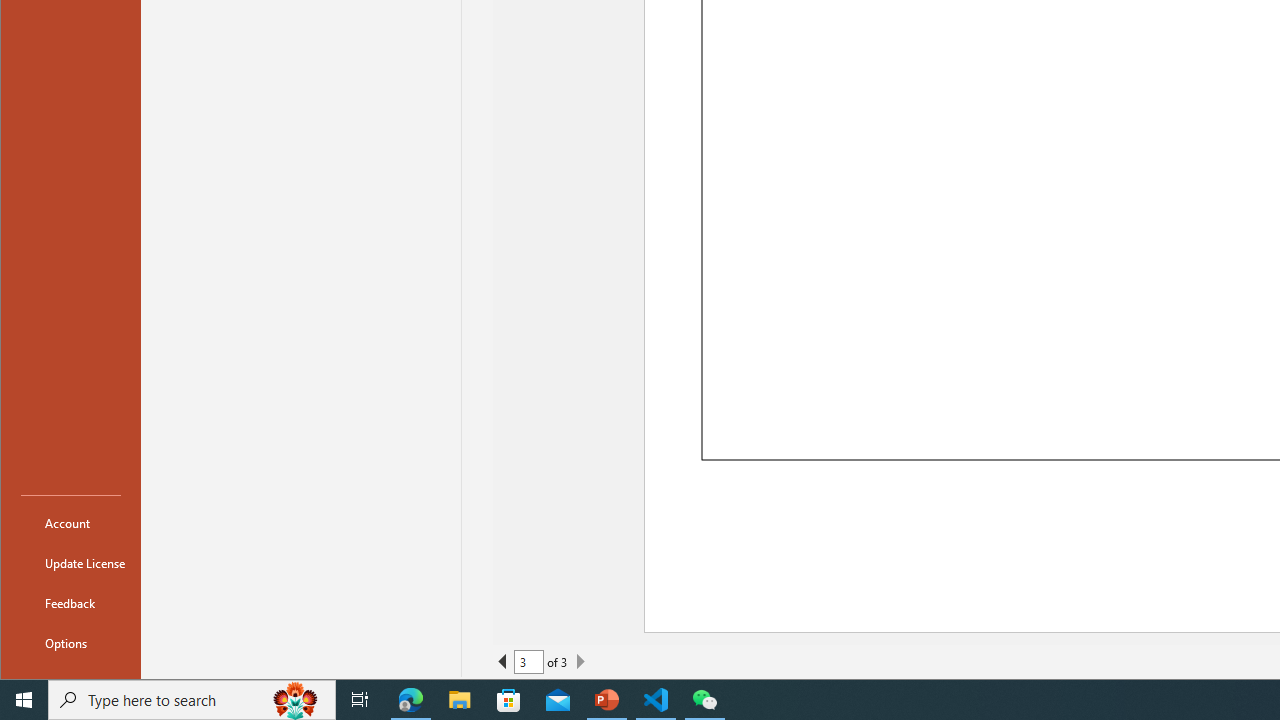  I want to click on 'Feedback', so click(71, 602).